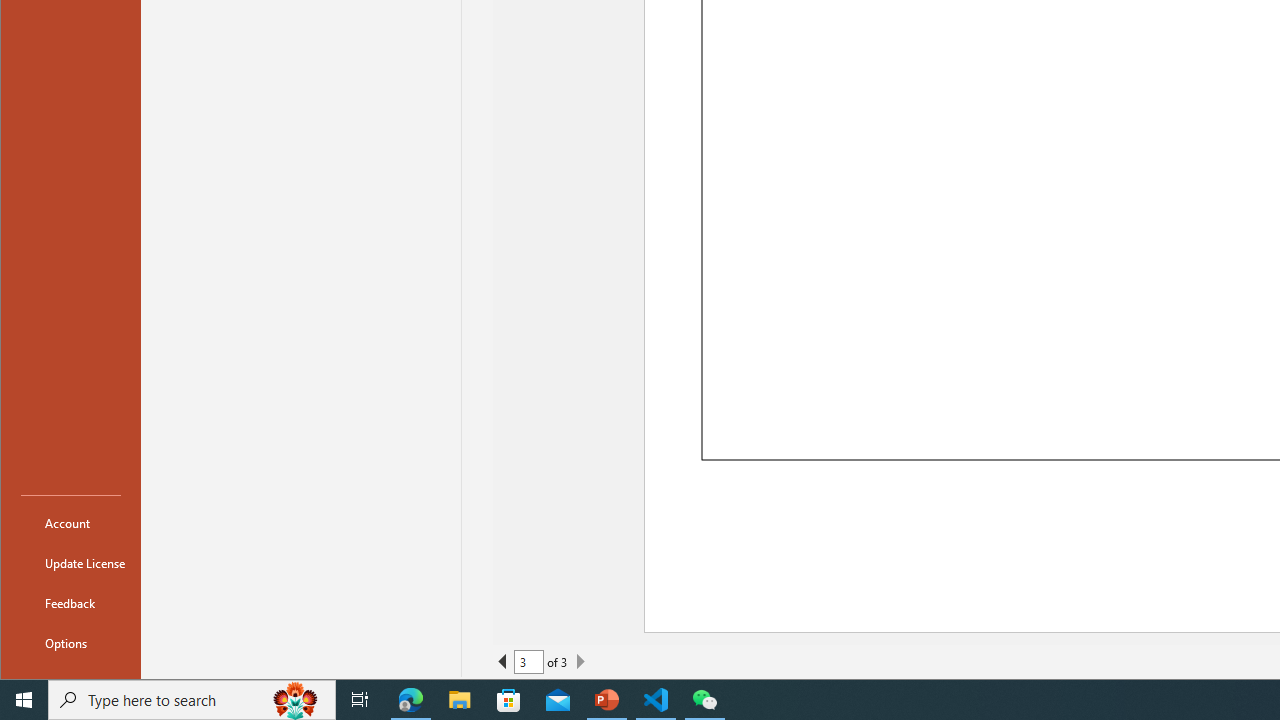  I want to click on 'Feedback', so click(71, 602).